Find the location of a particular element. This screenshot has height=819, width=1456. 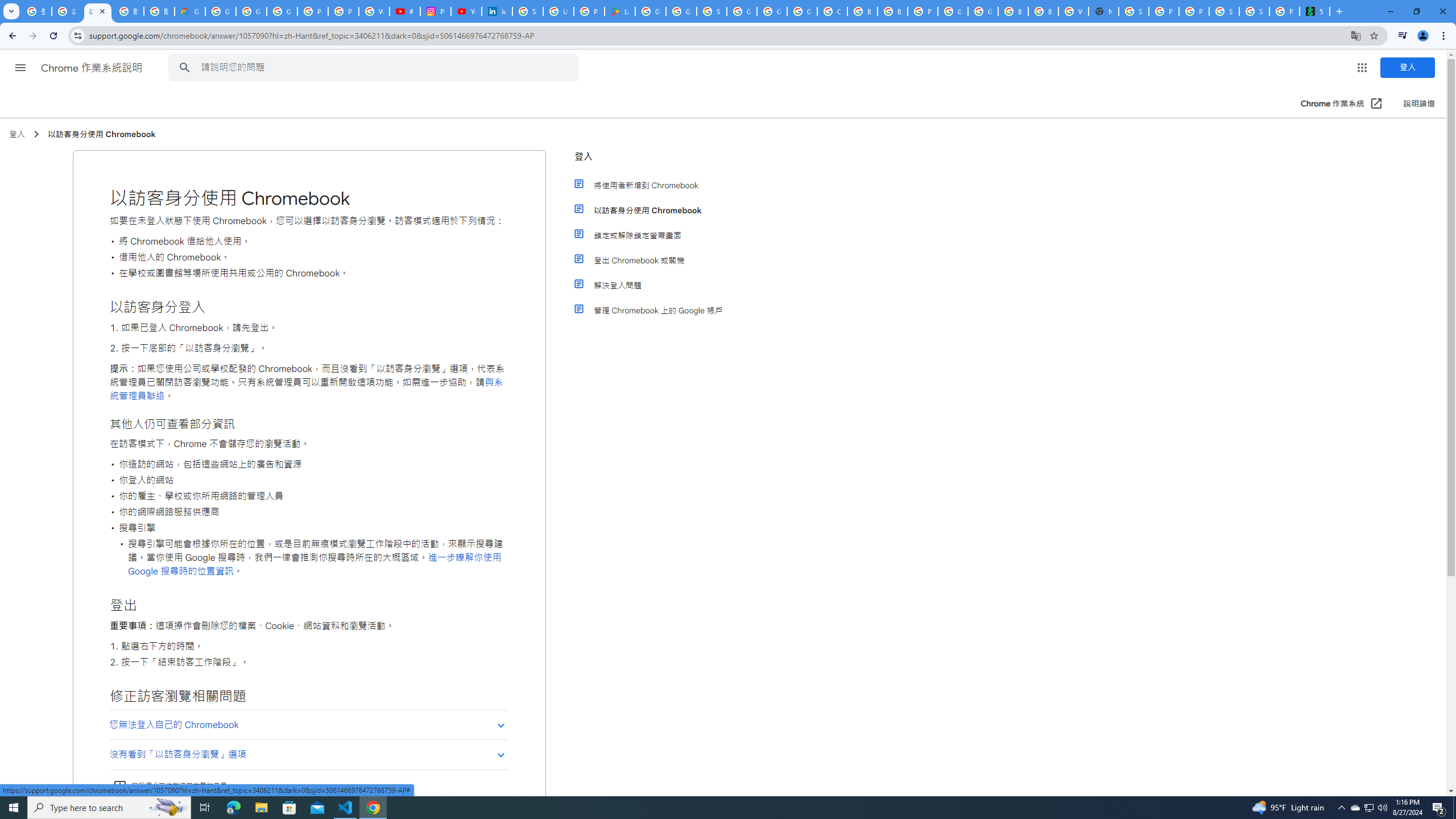

'View site information' is located at coordinates (77, 35).